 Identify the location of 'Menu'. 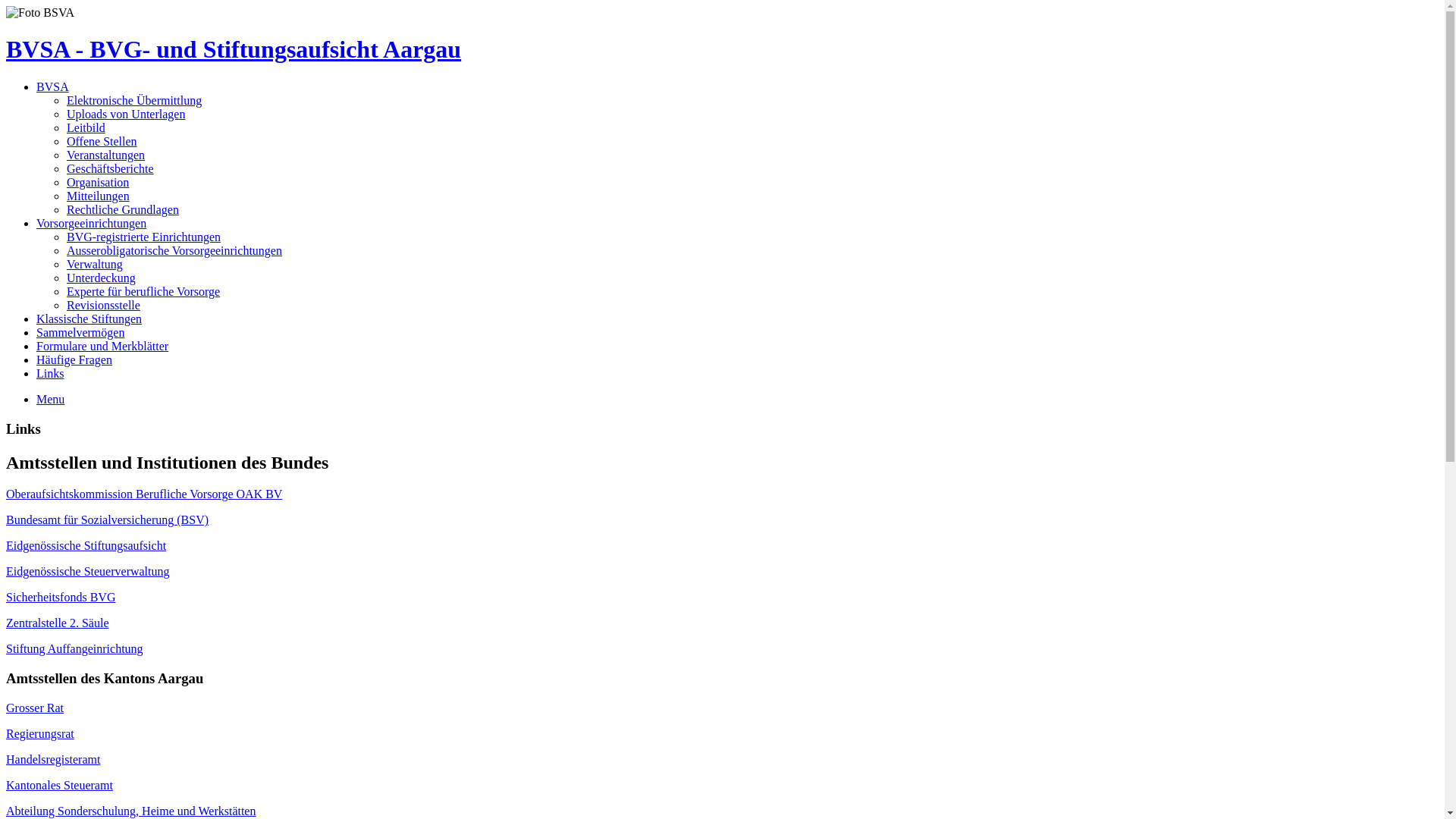
(50, 398).